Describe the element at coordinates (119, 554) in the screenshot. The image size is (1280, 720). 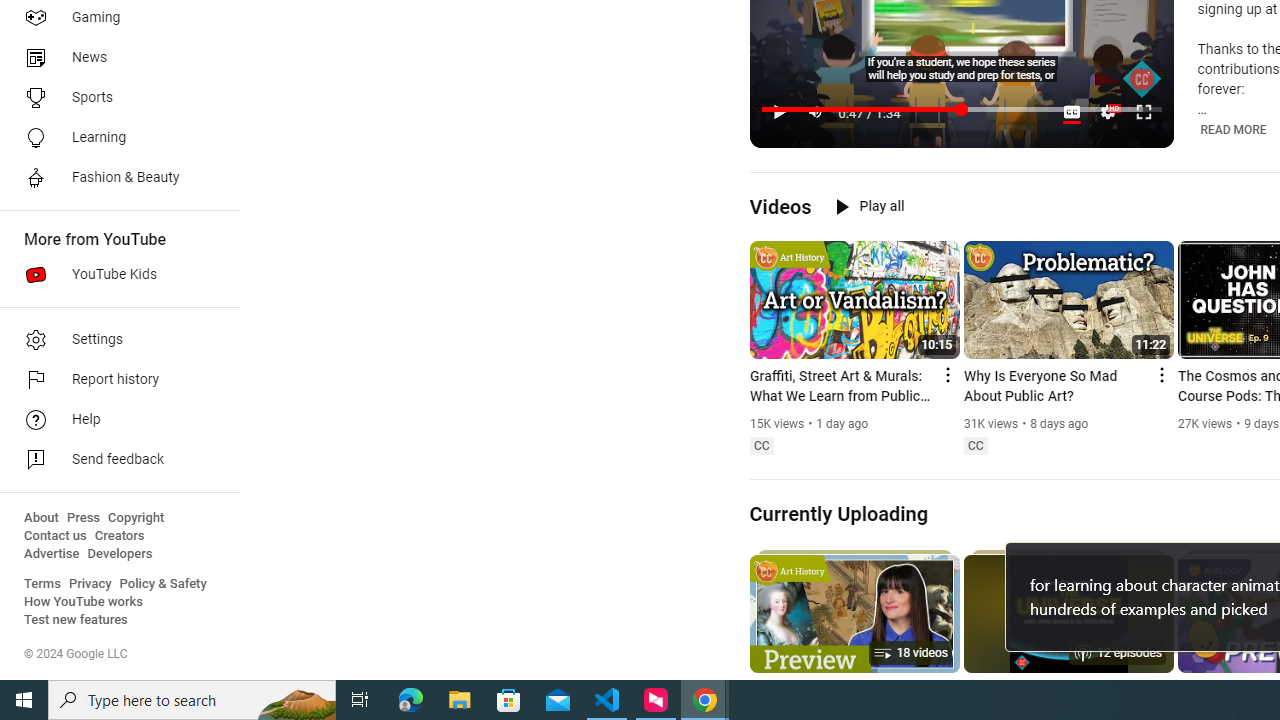
I see `'Developers'` at that location.